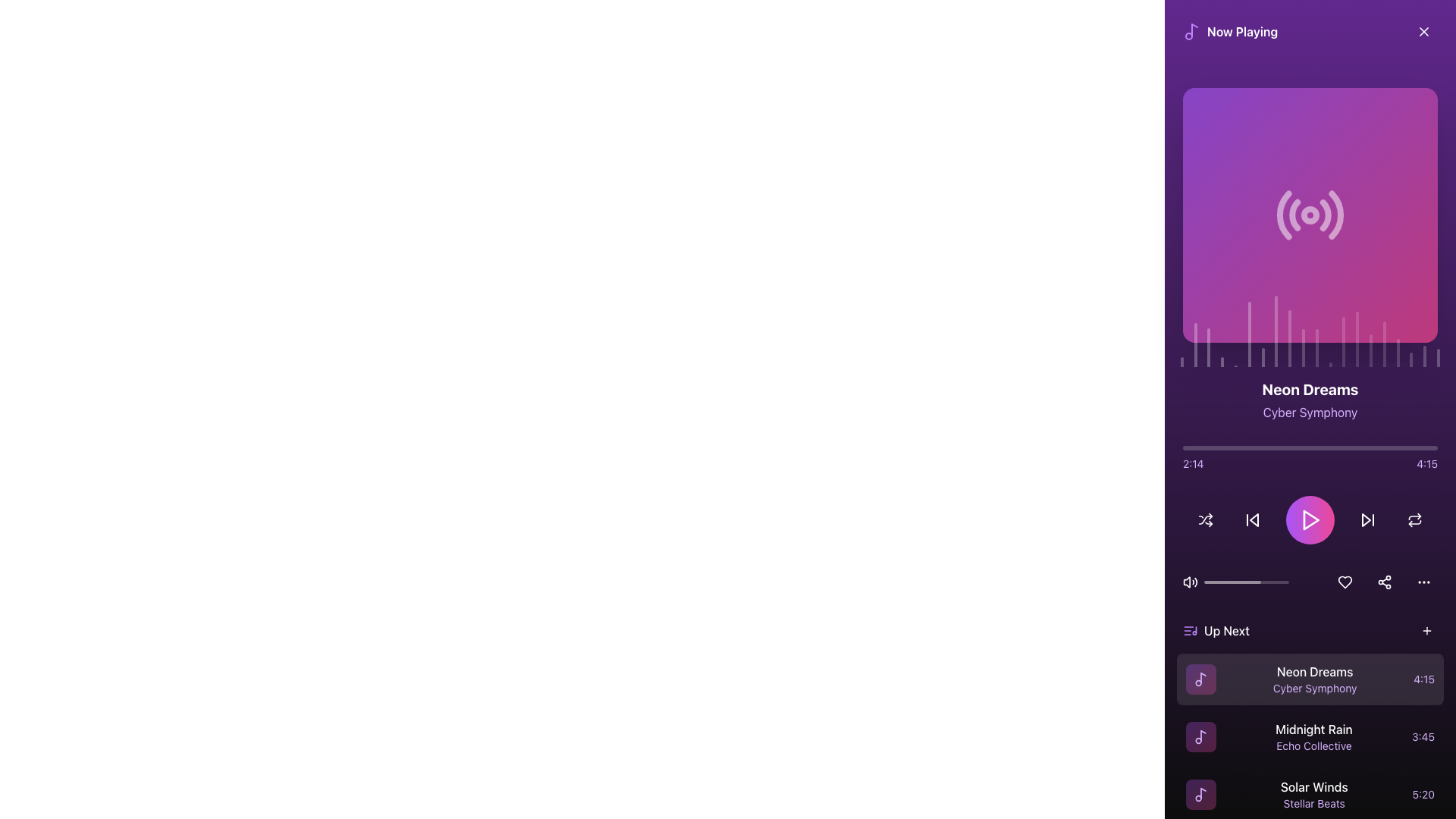 The height and width of the screenshot is (819, 1456). Describe the element at coordinates (1200, 678) in the screenshot. I see `the musical note icon with a rounded gradient background in the 'Up Next' list, which is the first item showing the track 'Neon Dreams'` at that location.